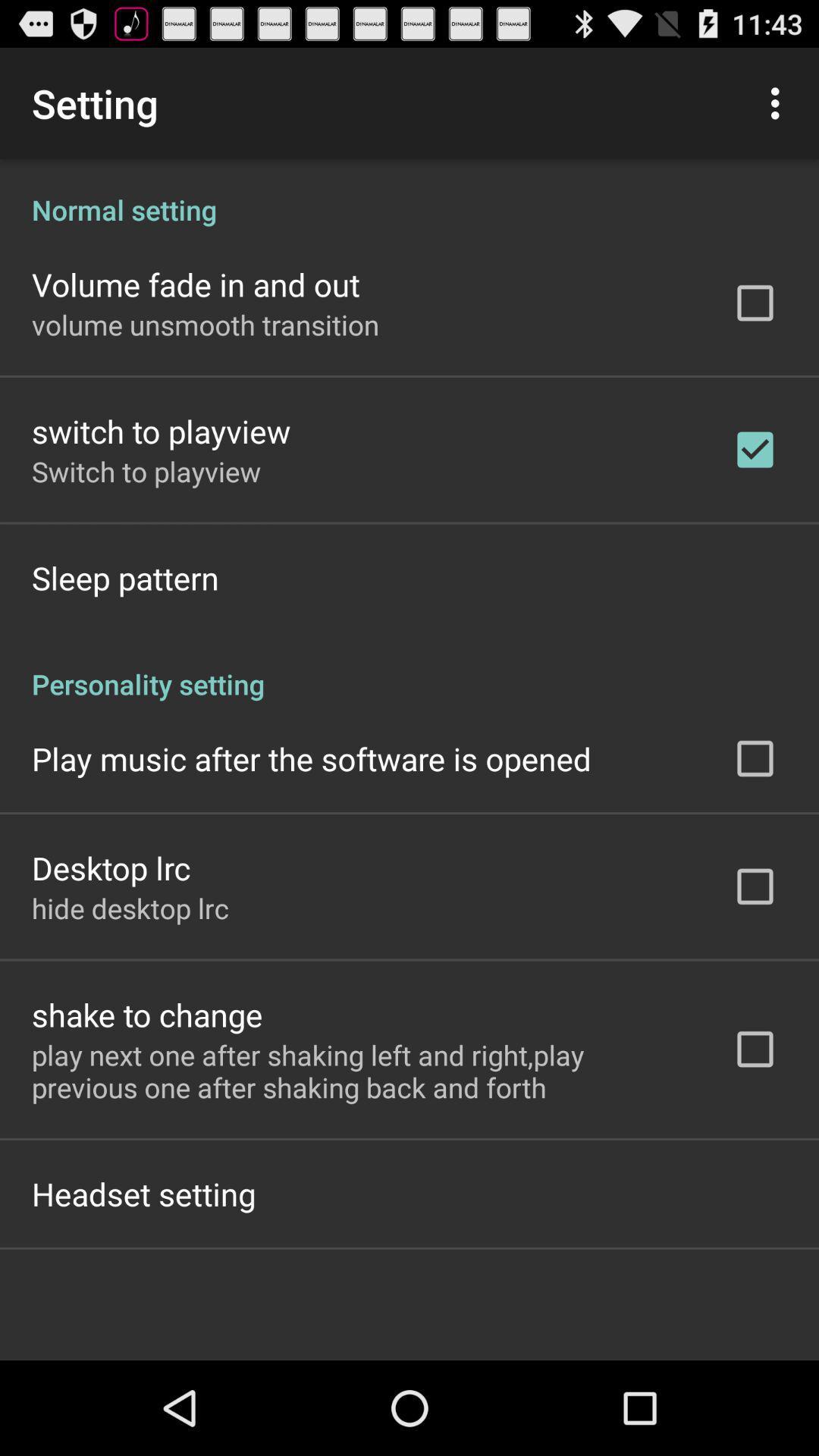 The width and height of the screenshot is (819, 1456). What do you see at coordinates (362, 1070) in the screenshot?
I see `play next one` at bounding box center [362, 1070].